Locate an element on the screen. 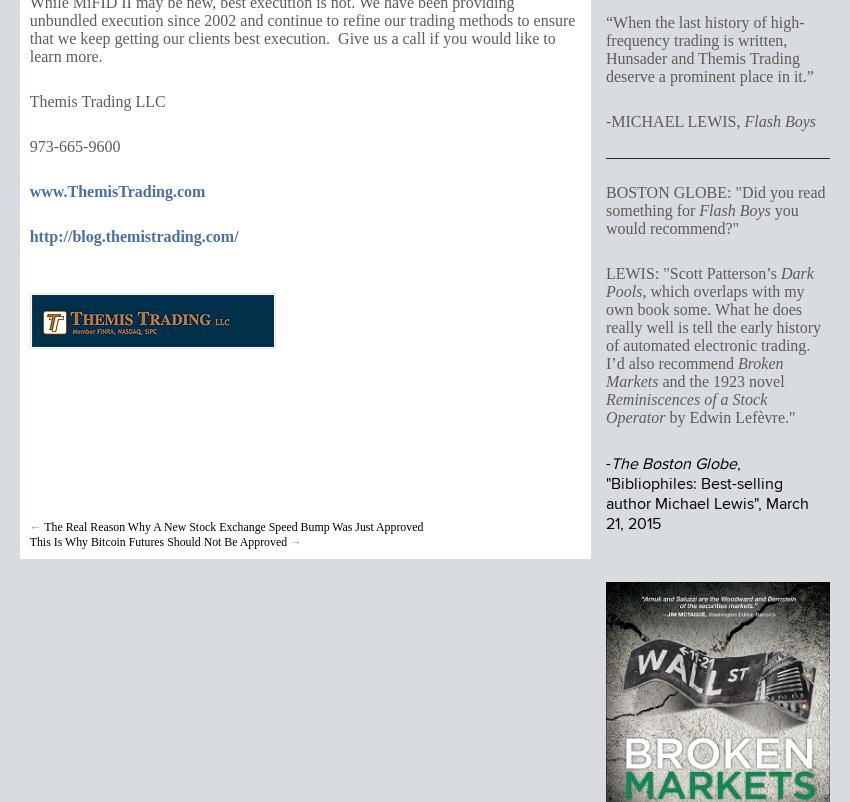 The width and height of the screenshot is (850, 802). ', which overlaps with my own book some. What he does really well is tell the early history of automated electronic trading. I’d also recommend' is located at coordinates (711, 327).